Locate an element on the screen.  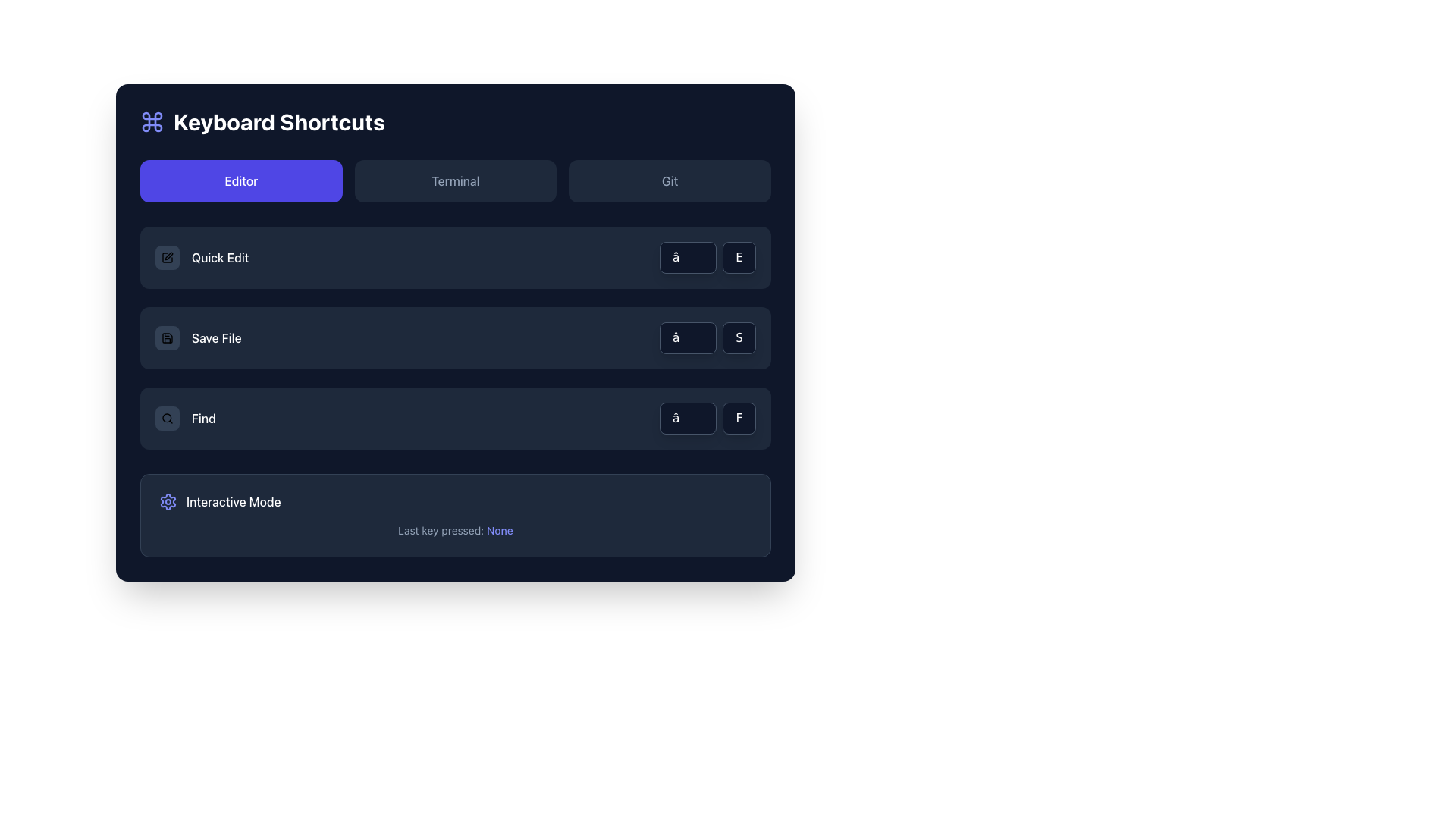
the text label displaying 'Last key pressed: None' located at the bottom of the 'Interactive Mode' section is located at coordinates (454, 529).